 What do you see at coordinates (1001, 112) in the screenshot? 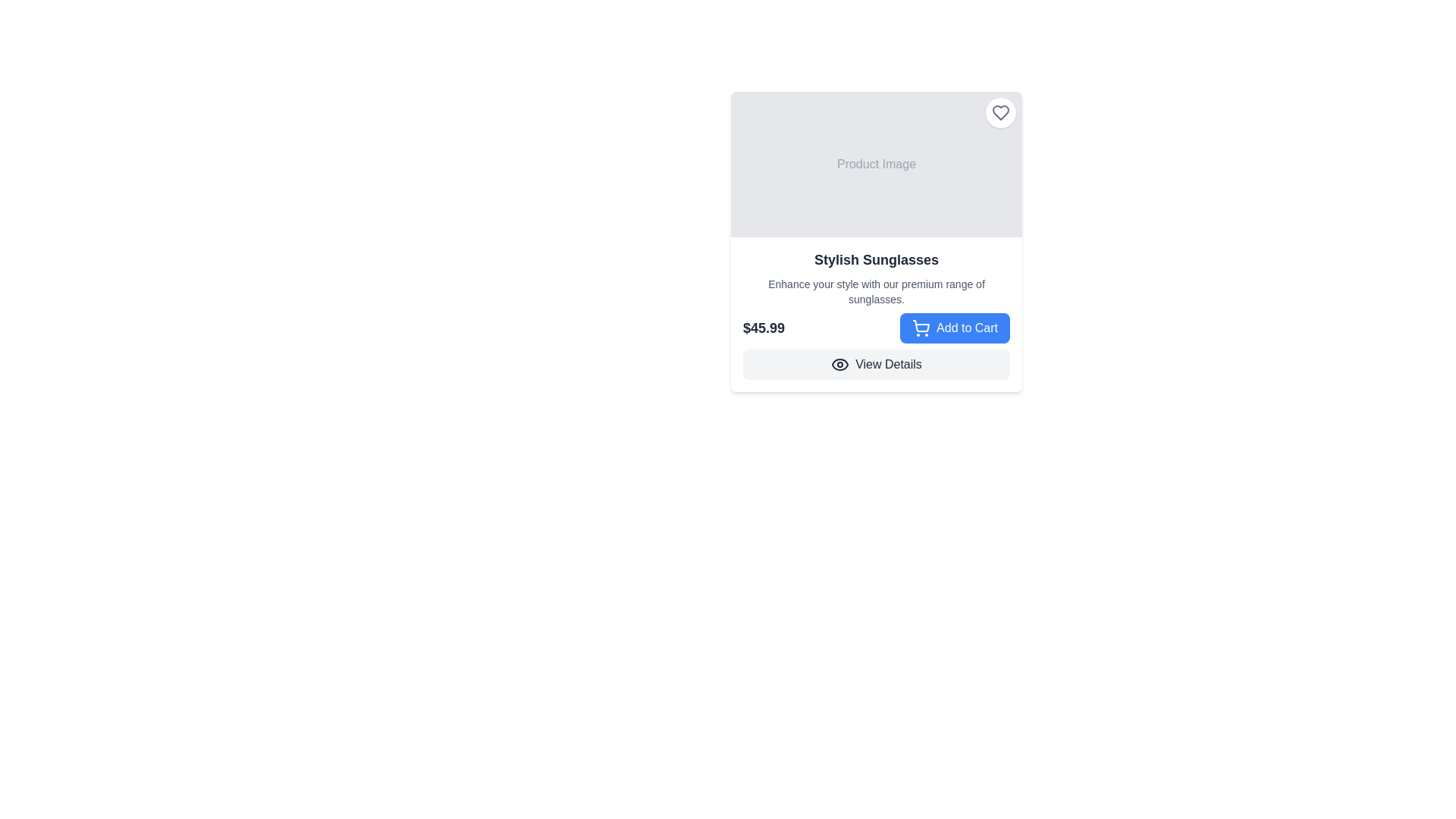
I see `the circular button with a white background and heart icon, located at the top-right corner of the product image section` at bounding box center [1001, 112].